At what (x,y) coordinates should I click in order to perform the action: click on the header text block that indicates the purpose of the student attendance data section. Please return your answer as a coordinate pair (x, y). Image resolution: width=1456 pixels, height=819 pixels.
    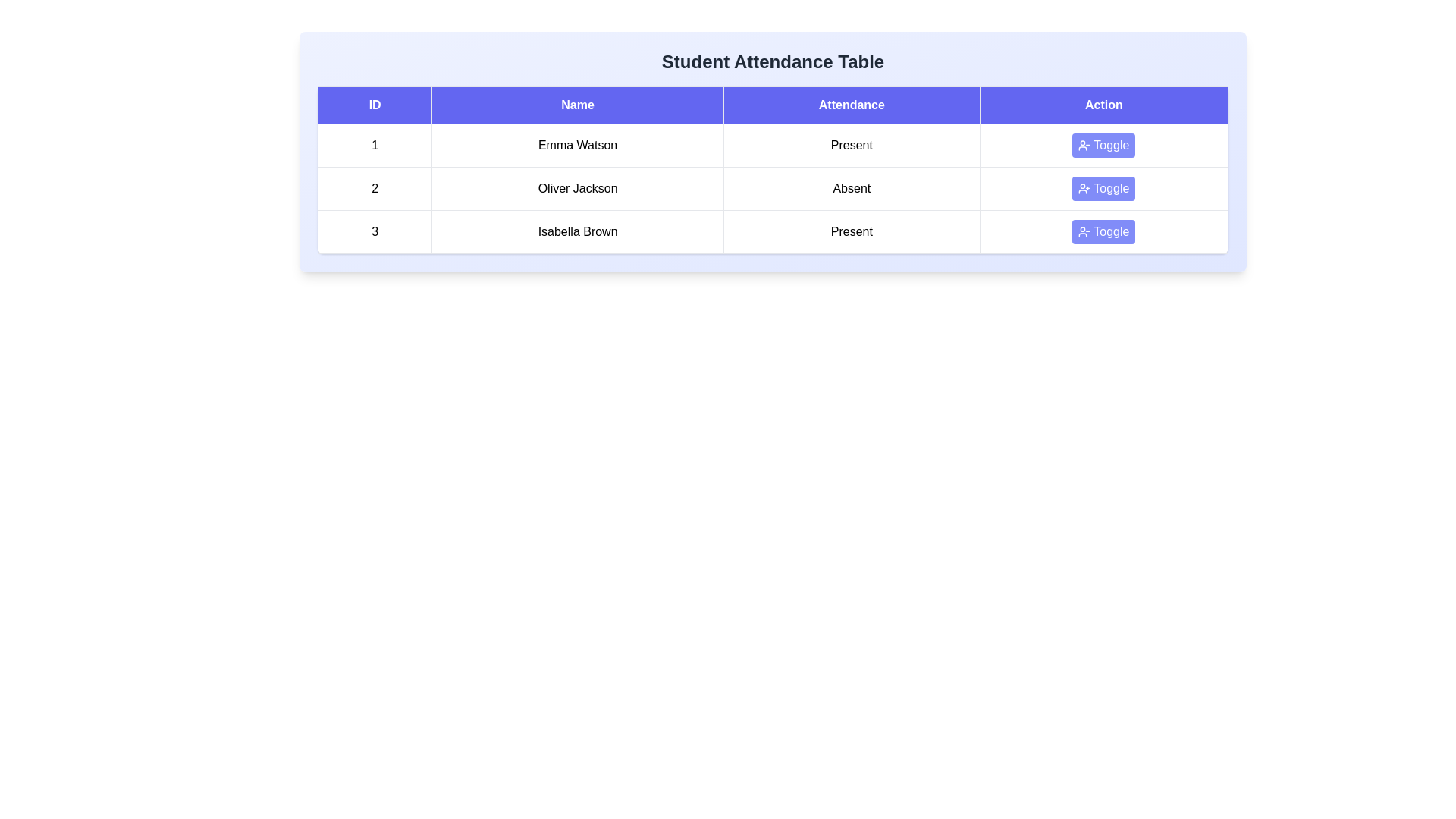
    Looking at the image, I should click on (773, 61).